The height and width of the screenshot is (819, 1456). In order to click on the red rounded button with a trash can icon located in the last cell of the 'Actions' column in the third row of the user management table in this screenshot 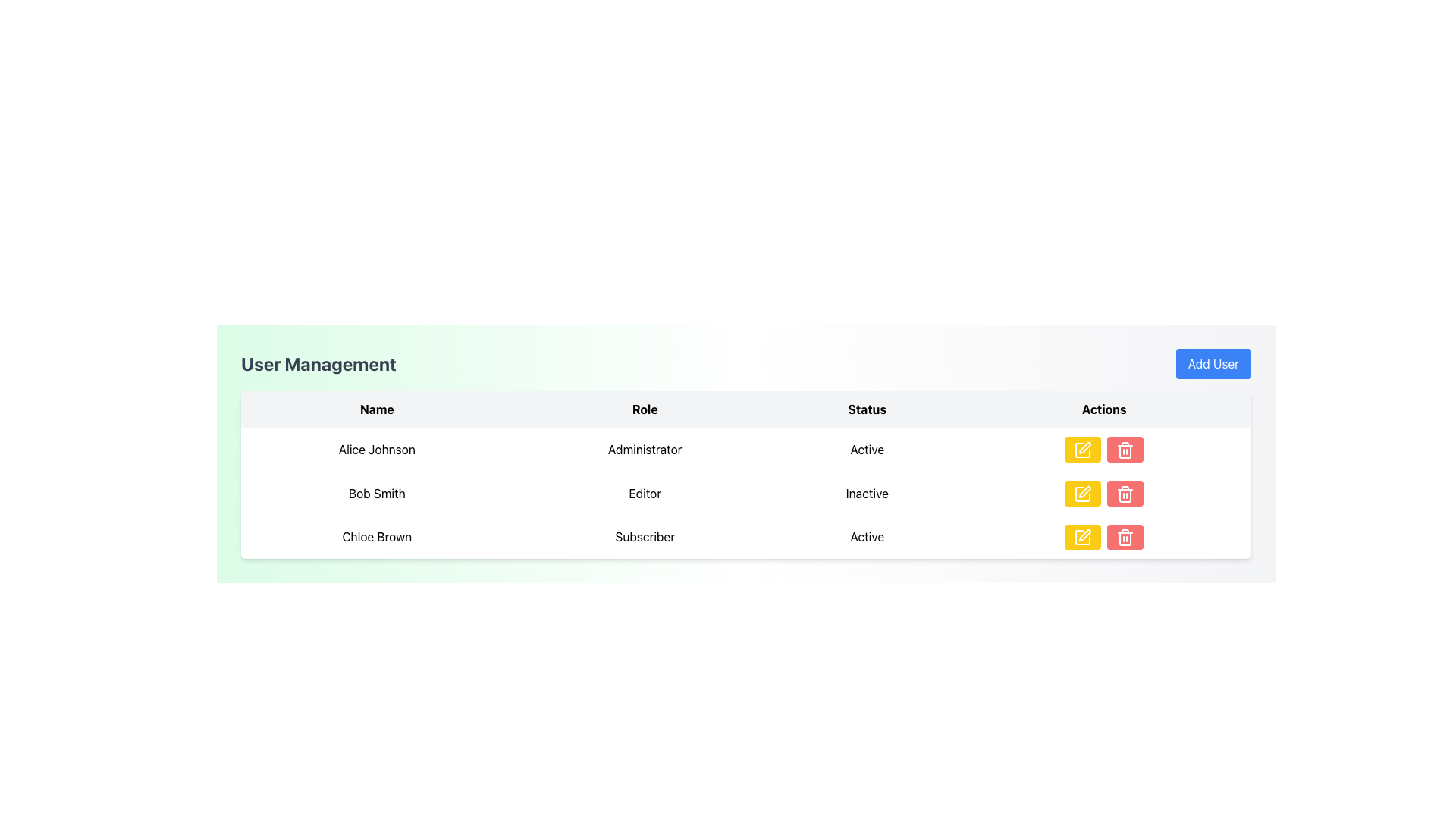, I will do `click(1125, 536)`.